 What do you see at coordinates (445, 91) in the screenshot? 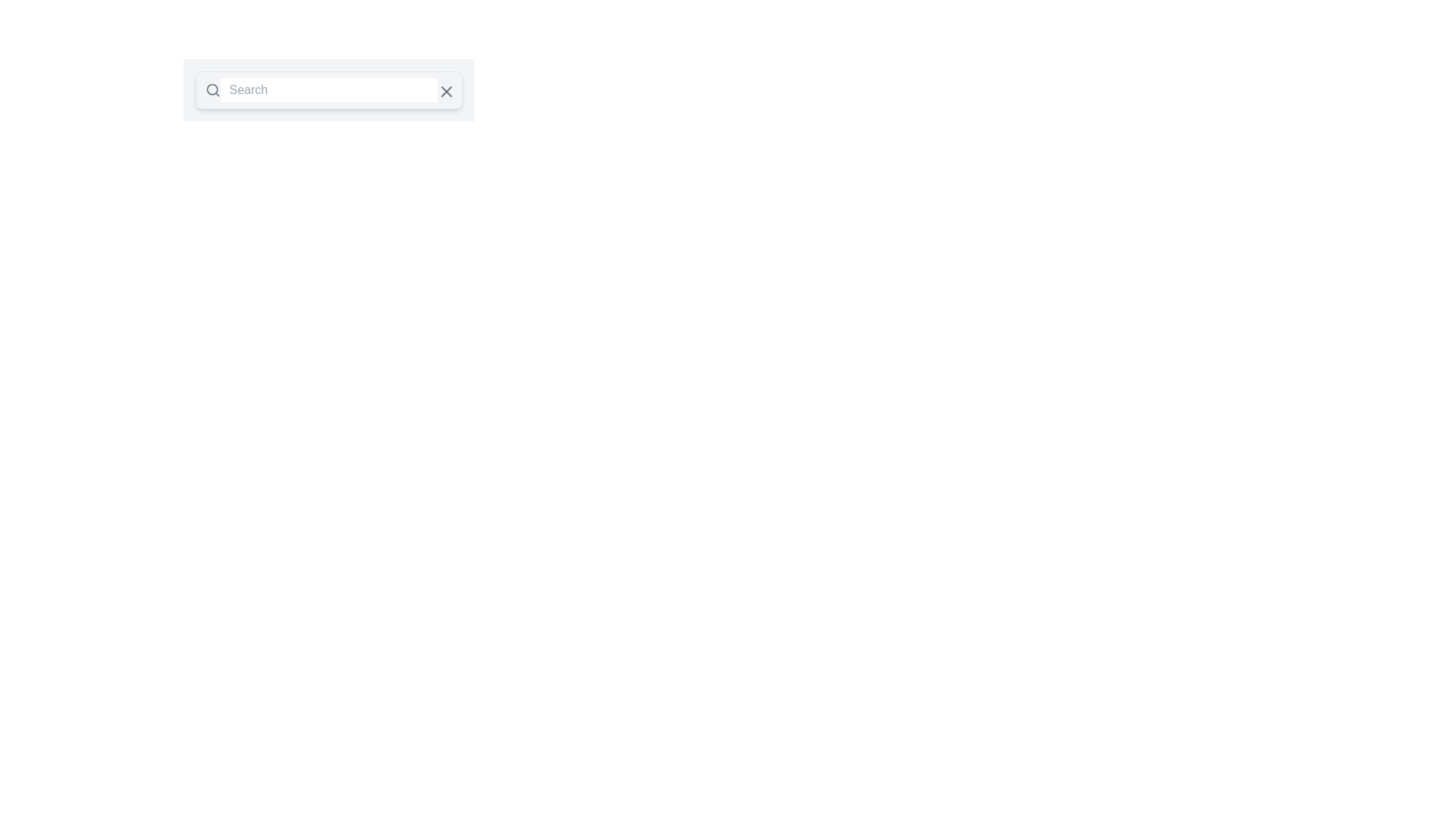
I see `the 'X' icon which is a minimalistic vector-based icon located inside a small square button at the far right of the search input field, as part of keyboard navigation sequence` at bounding box center [445, 91].